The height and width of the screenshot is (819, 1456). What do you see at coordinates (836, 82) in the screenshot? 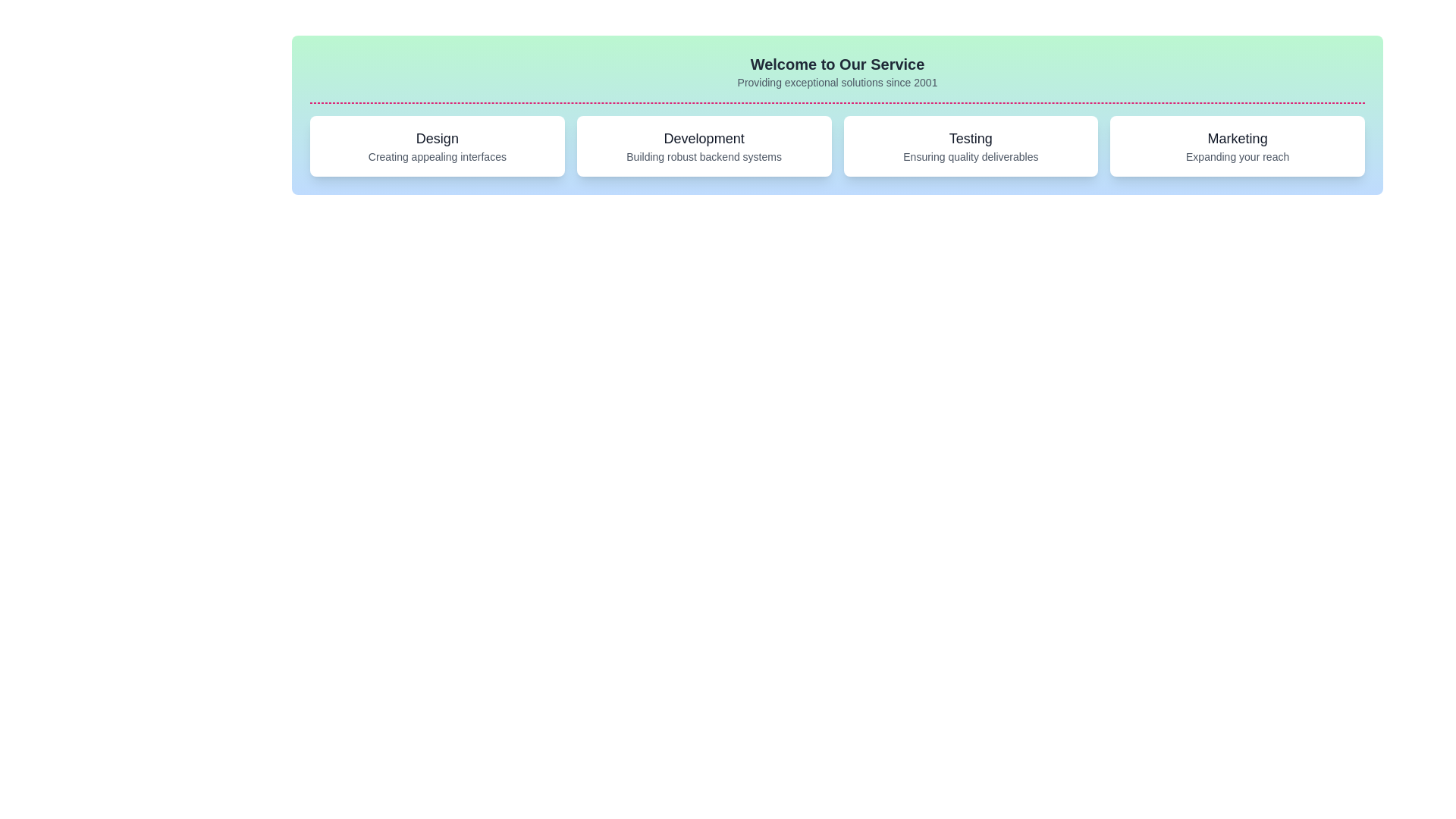
I see `the text label displaying 'Providing exceptional solutions since 2001', which is styled in gray and located beneath the main heading 'Welcome to Our Service'` at bounding box center [836, 82].